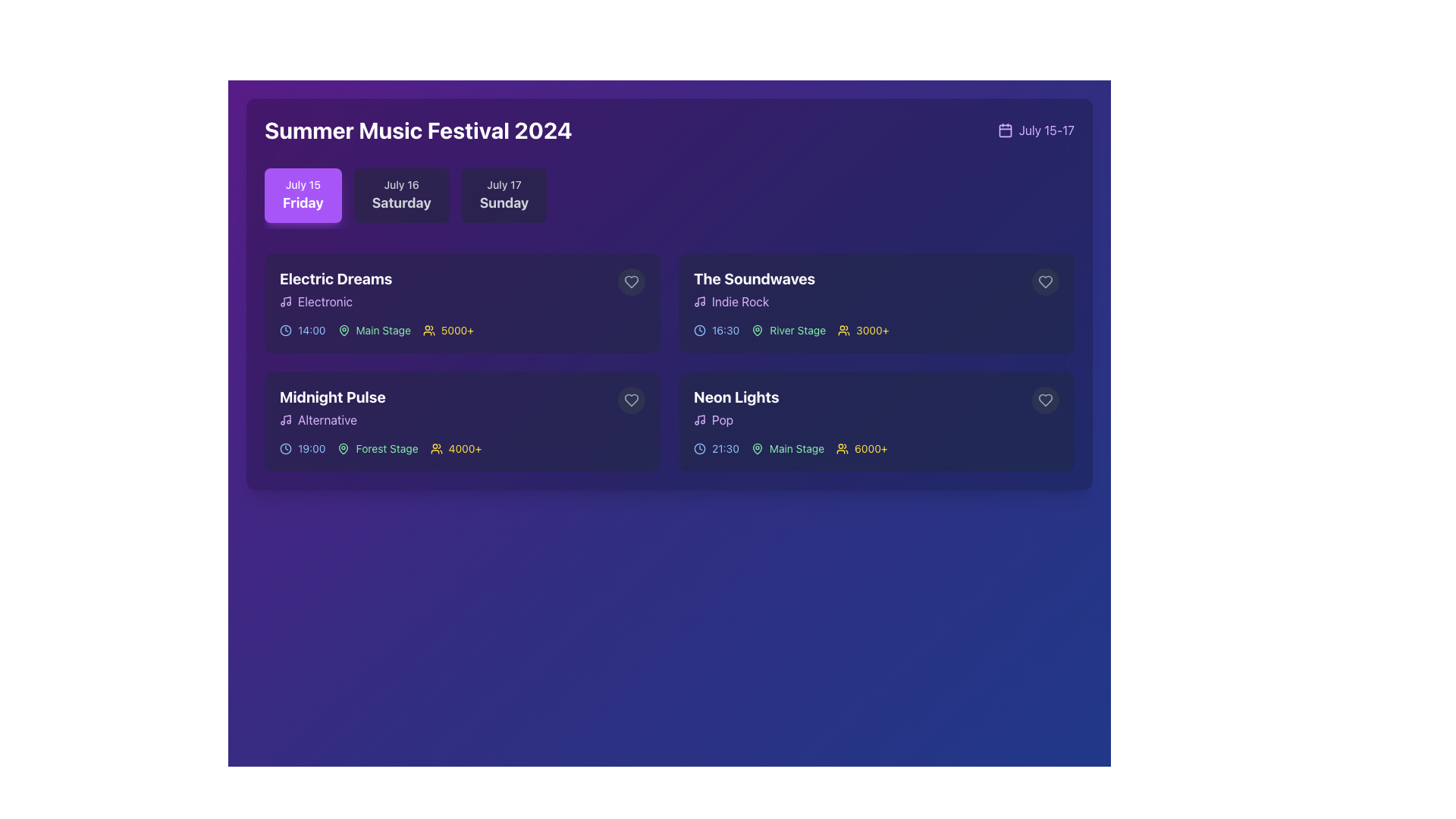 The height and width of the screenshot is (819, 1456). What do you see at coordinates (877, 329) in the screenshot?
I see `information presented in the Informative row, which includes the time '16:30' in blue, the stage 'River Stage' in green, and the audience count '3000+', located in the fourth card titled 'The Soundwaves' from the top left` at bounding box center [877, 329].